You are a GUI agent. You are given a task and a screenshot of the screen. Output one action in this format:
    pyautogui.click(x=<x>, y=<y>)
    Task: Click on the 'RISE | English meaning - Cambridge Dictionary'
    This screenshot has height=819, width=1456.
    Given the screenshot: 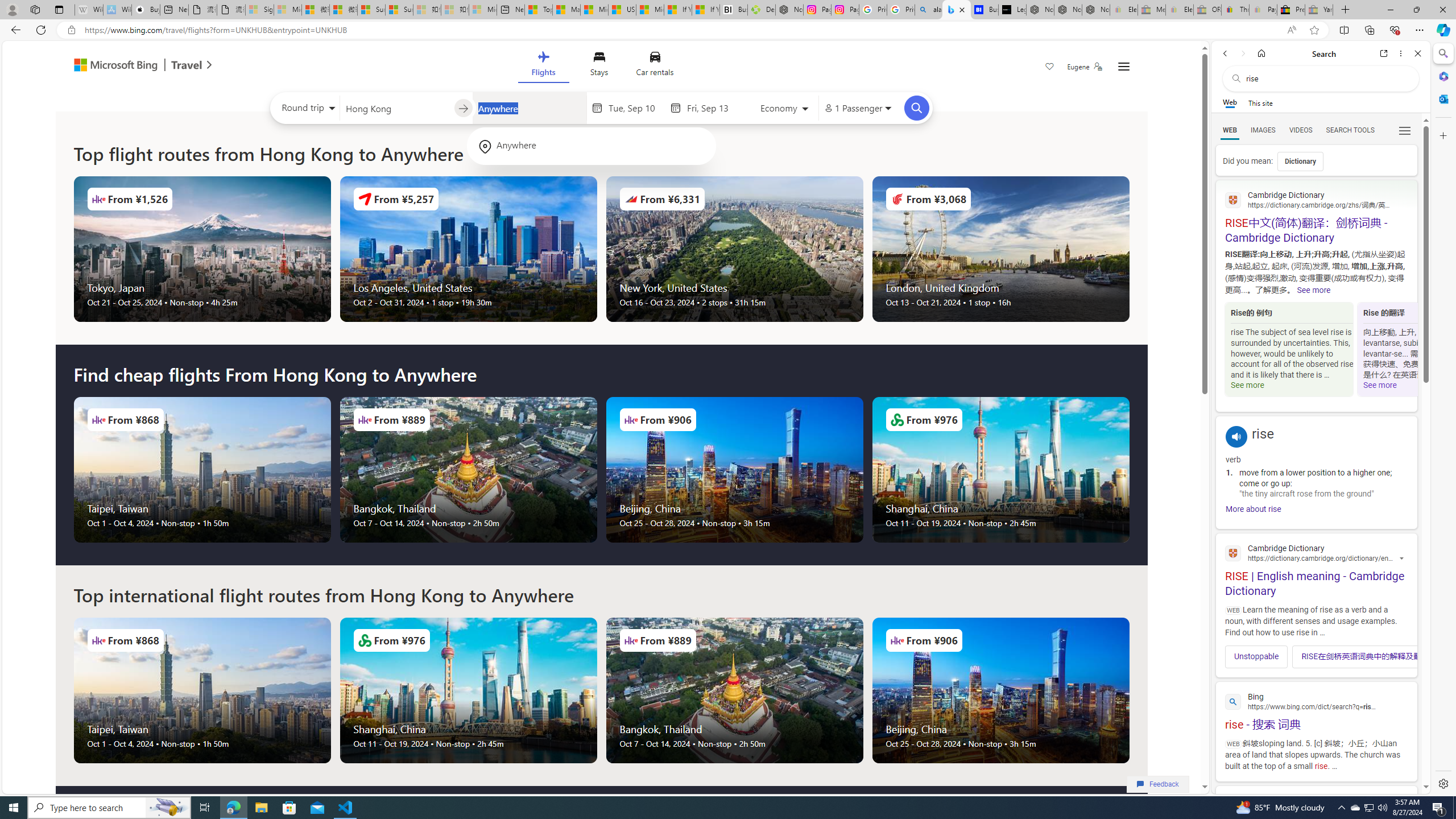 What is the action you would take?
    pyautogui.click(x=1316, y=568)
    